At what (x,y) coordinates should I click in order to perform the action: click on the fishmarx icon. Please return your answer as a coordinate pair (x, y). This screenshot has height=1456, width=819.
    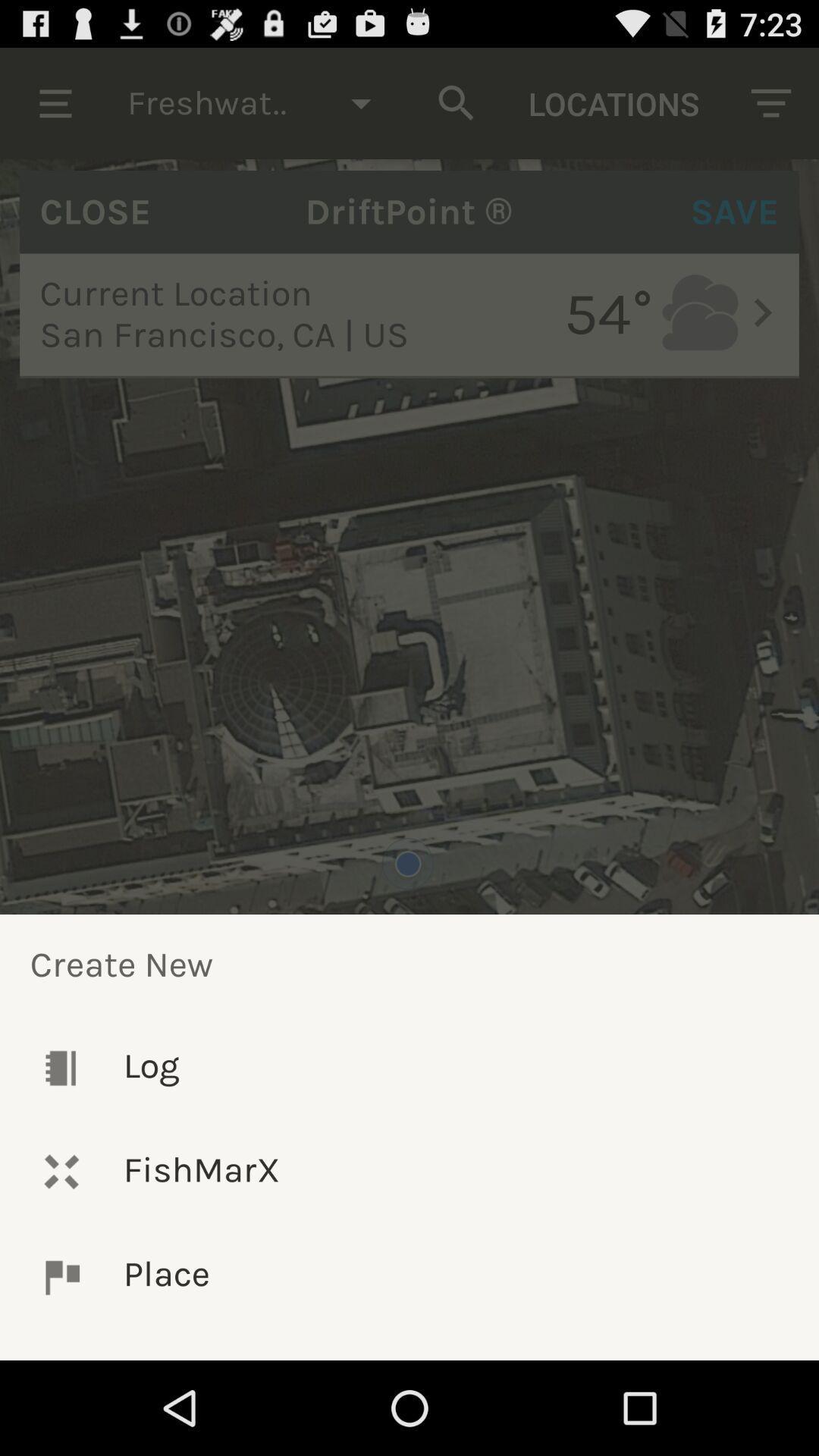
    Looking at the image, I should click on (409, 1171).